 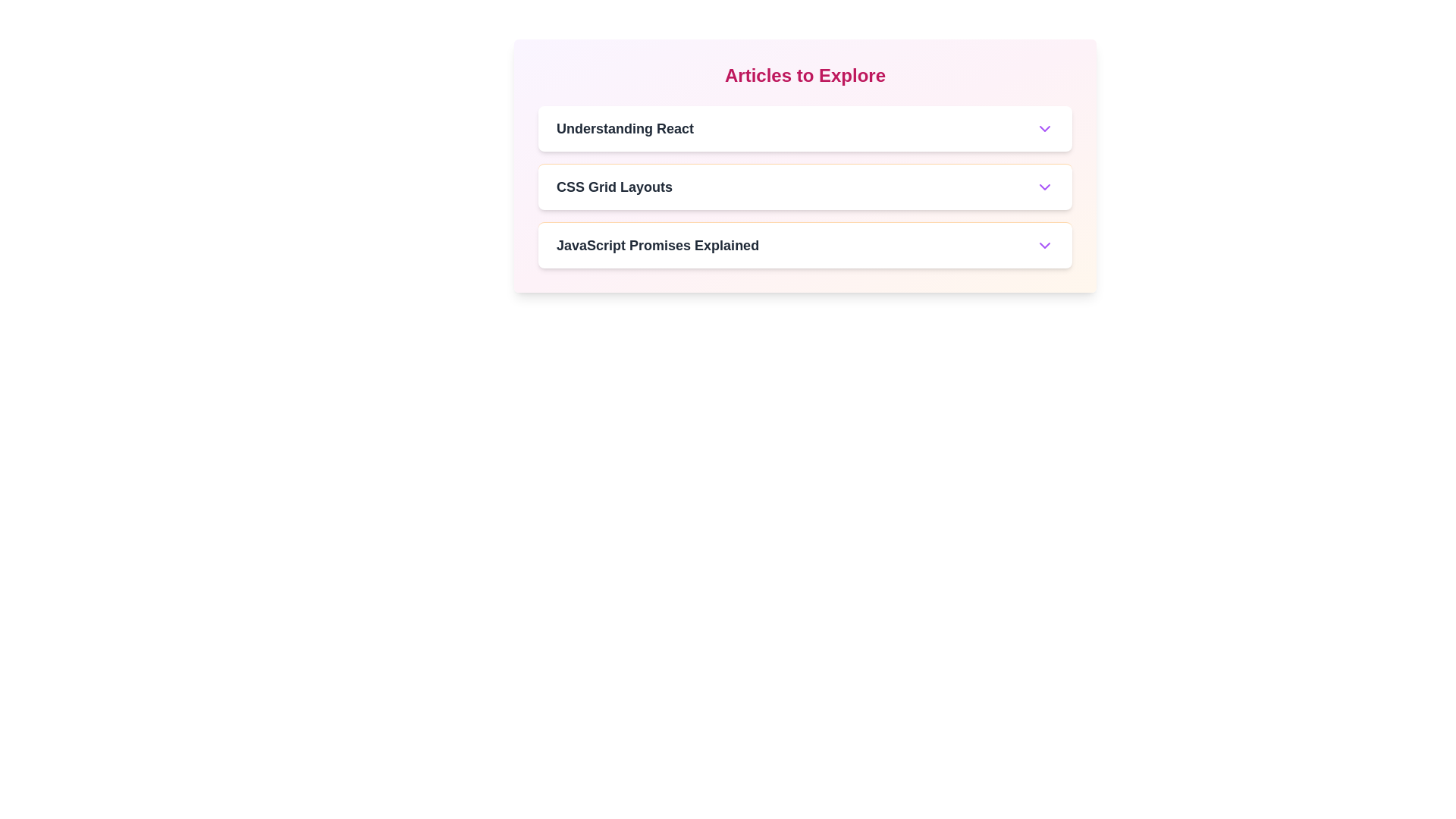 I want to click on the header text 'Articles to Explore', so click(x=804, y=76).